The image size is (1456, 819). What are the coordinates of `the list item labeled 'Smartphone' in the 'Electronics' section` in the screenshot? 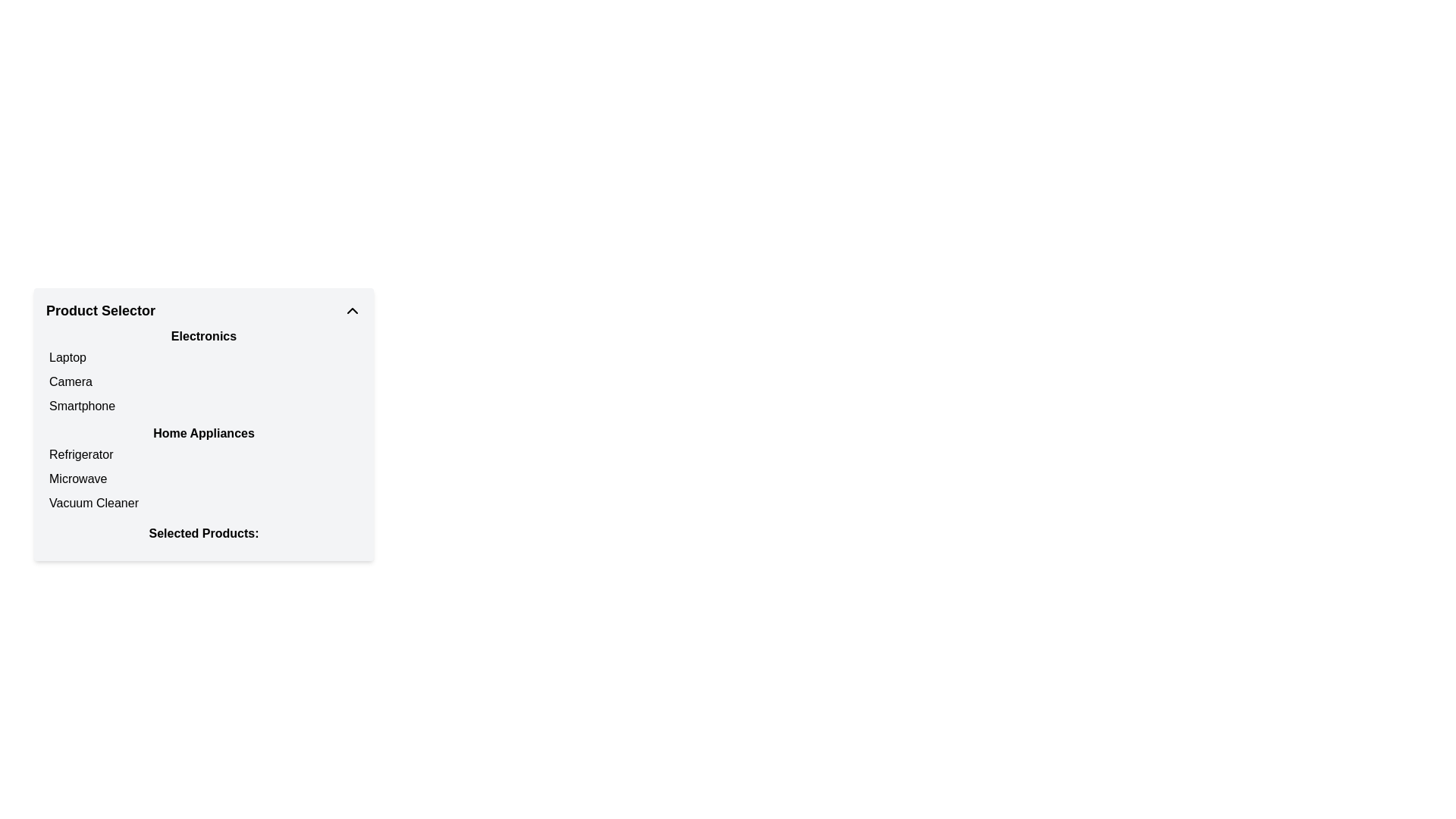 It's located at (202, 406).